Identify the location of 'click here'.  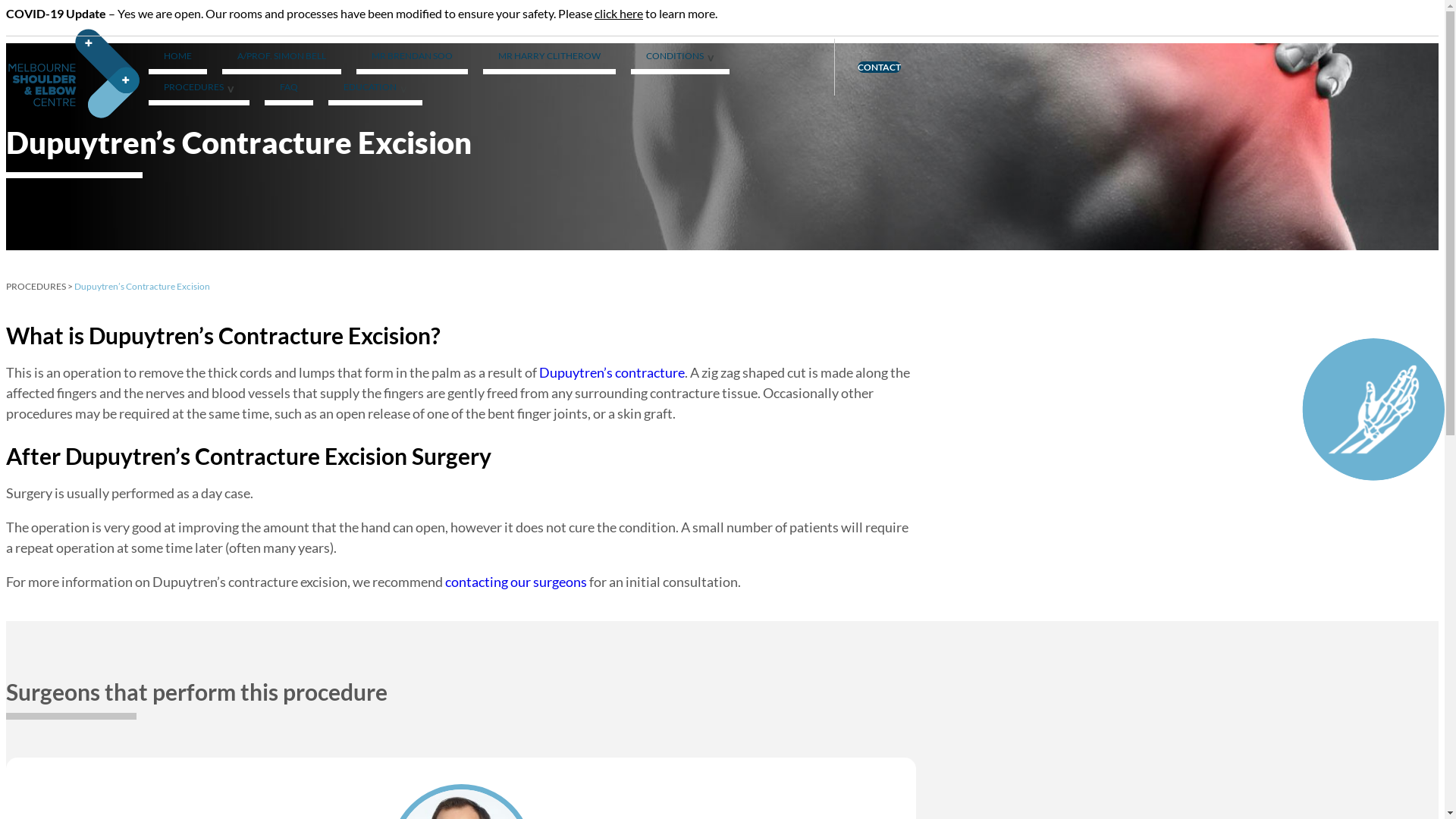
(619, 13).